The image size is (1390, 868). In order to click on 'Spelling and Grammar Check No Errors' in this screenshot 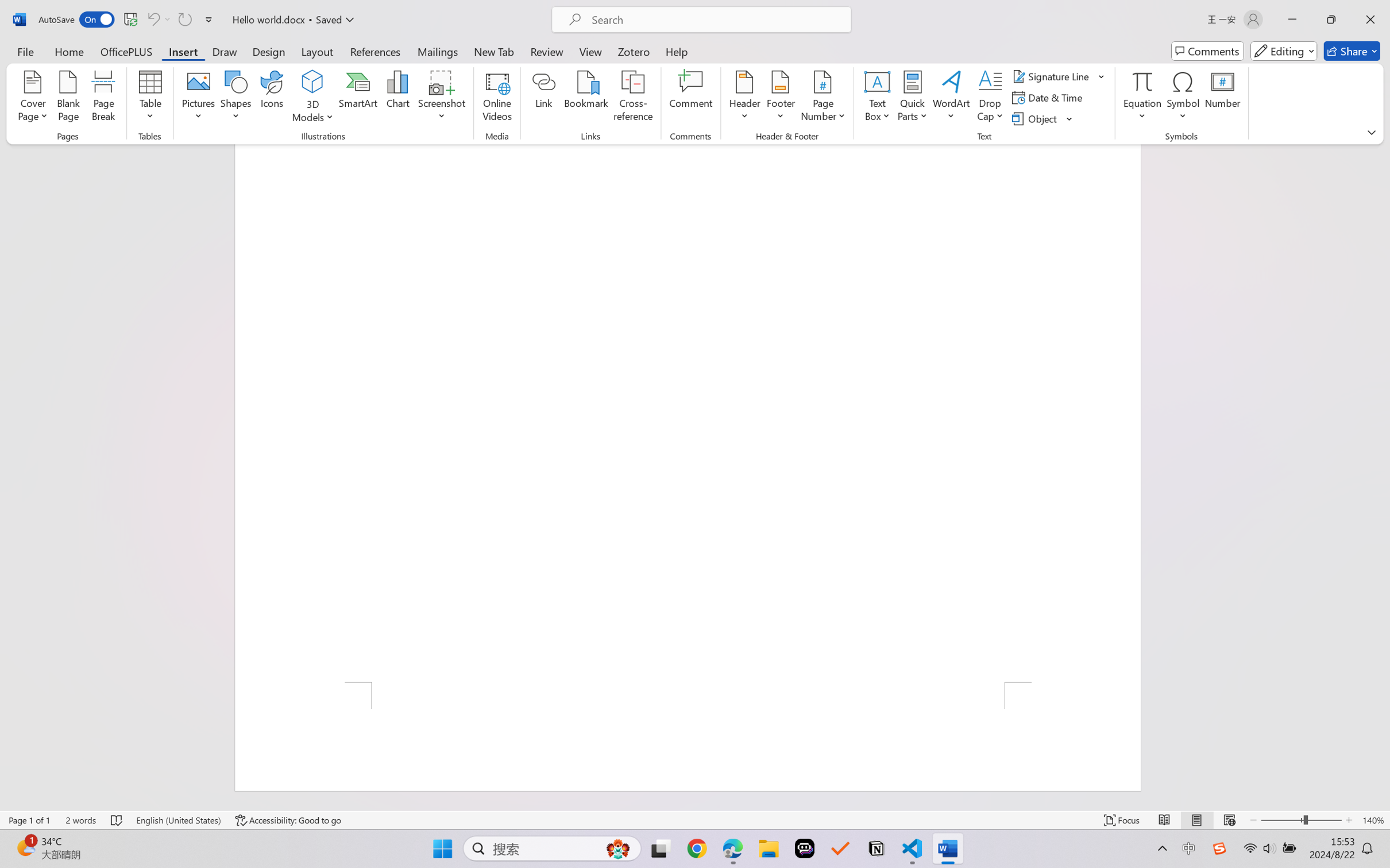, I will do `click(117, 820)`.